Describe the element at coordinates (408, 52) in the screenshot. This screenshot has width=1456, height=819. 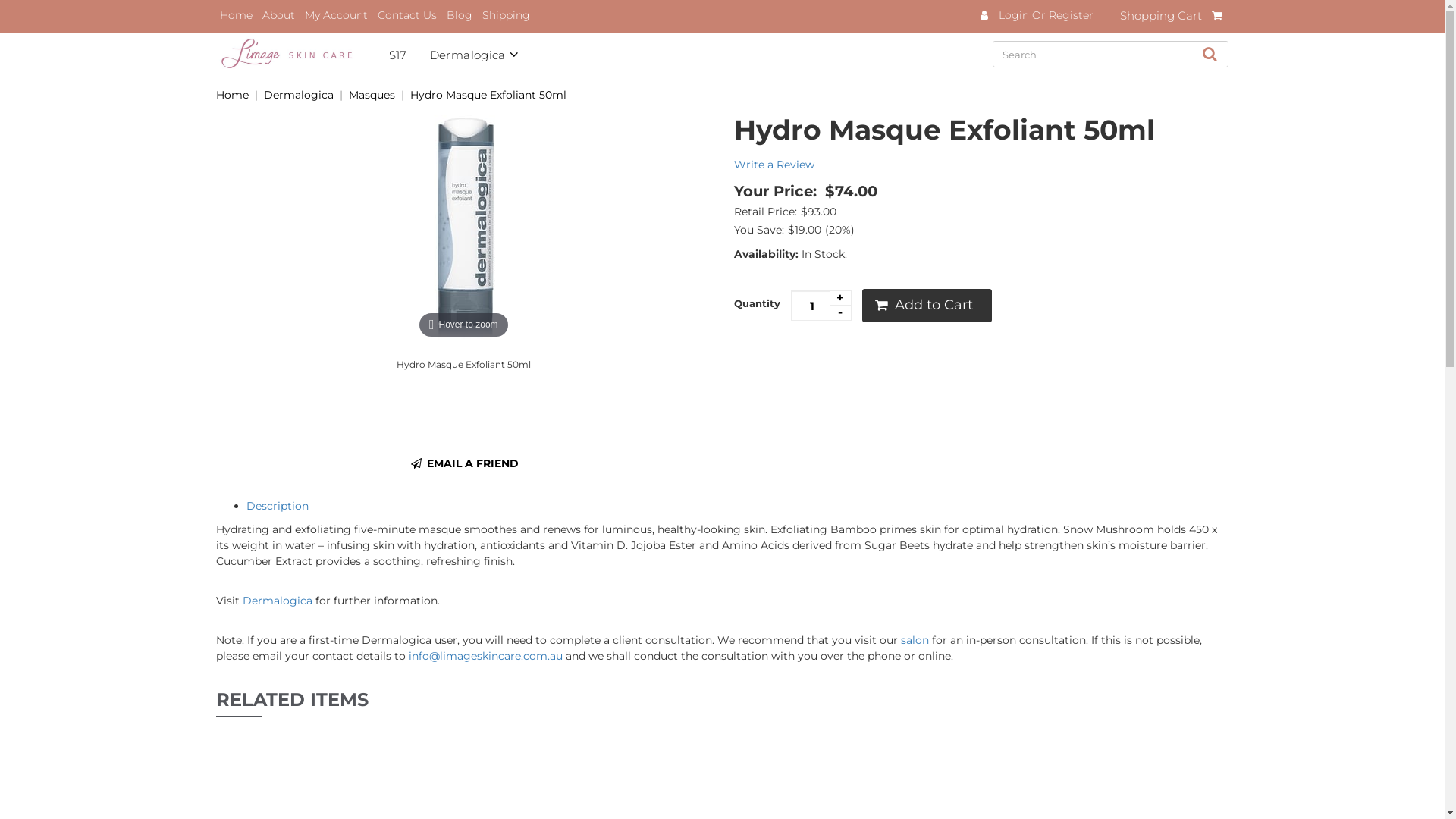
I see `'S17'` at that location.